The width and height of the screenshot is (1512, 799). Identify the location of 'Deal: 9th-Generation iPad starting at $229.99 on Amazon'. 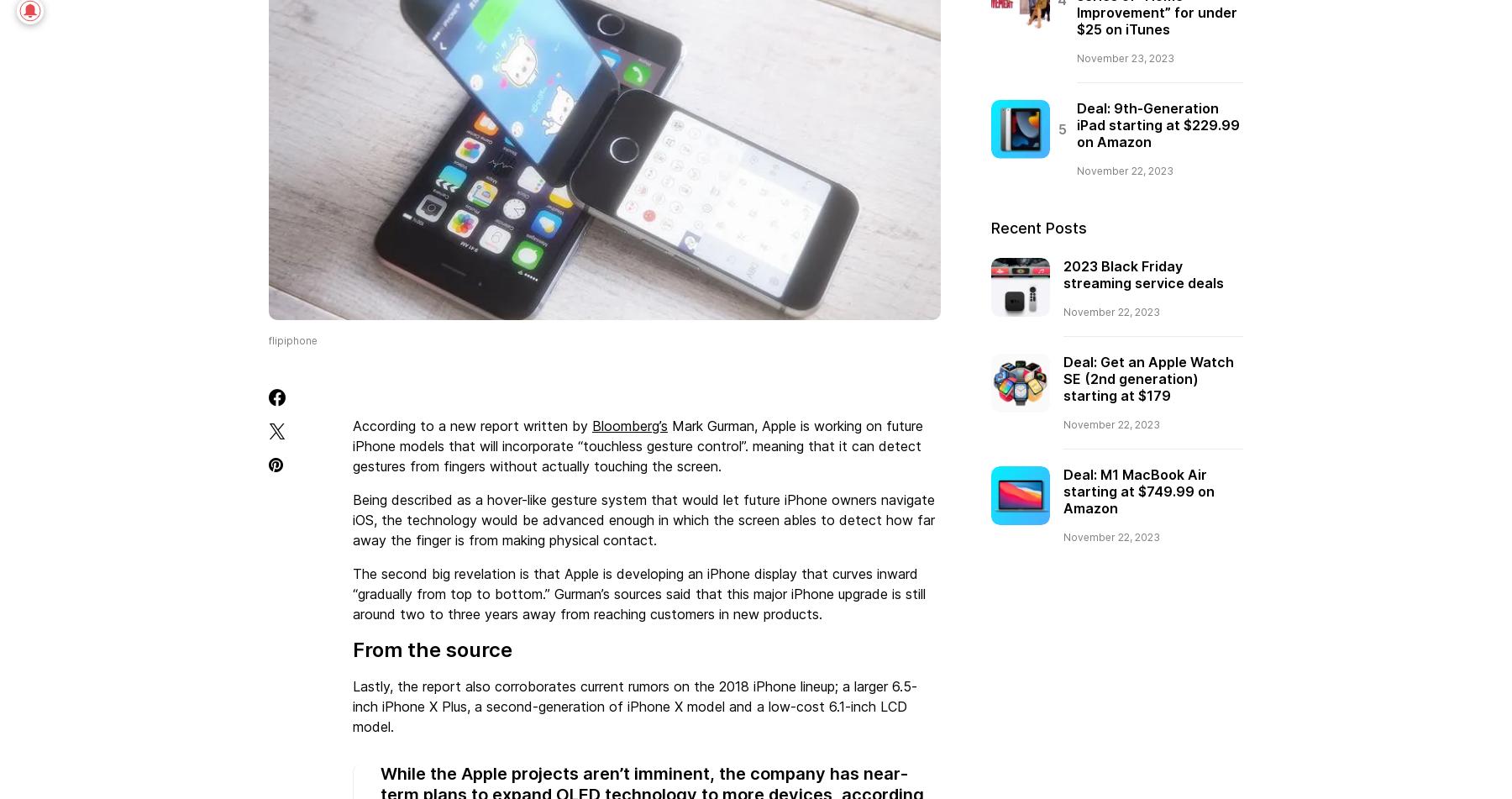
(1157, 124).